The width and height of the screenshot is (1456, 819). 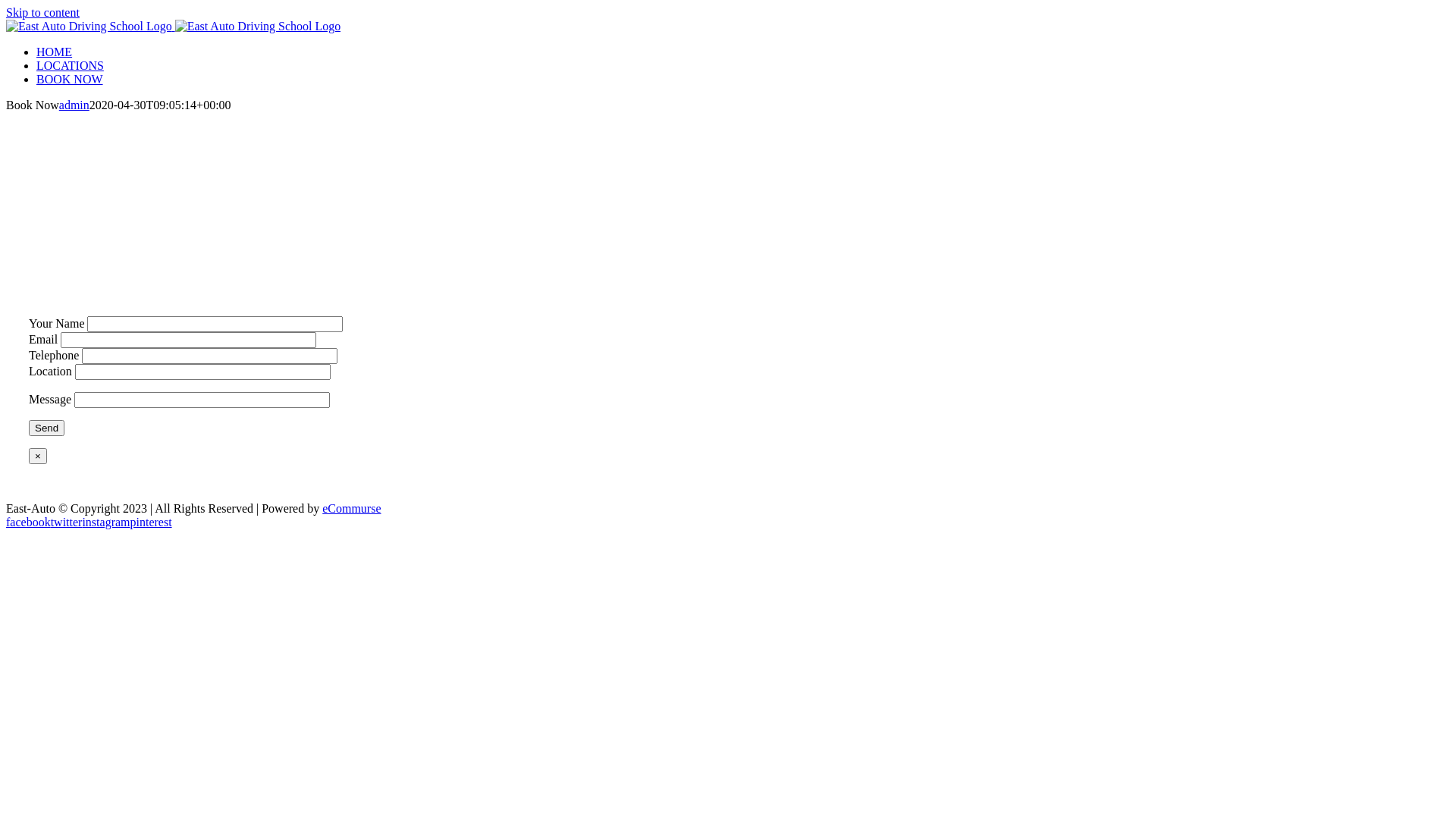 I want to click on 'facebook', so click(x=28, y=521).